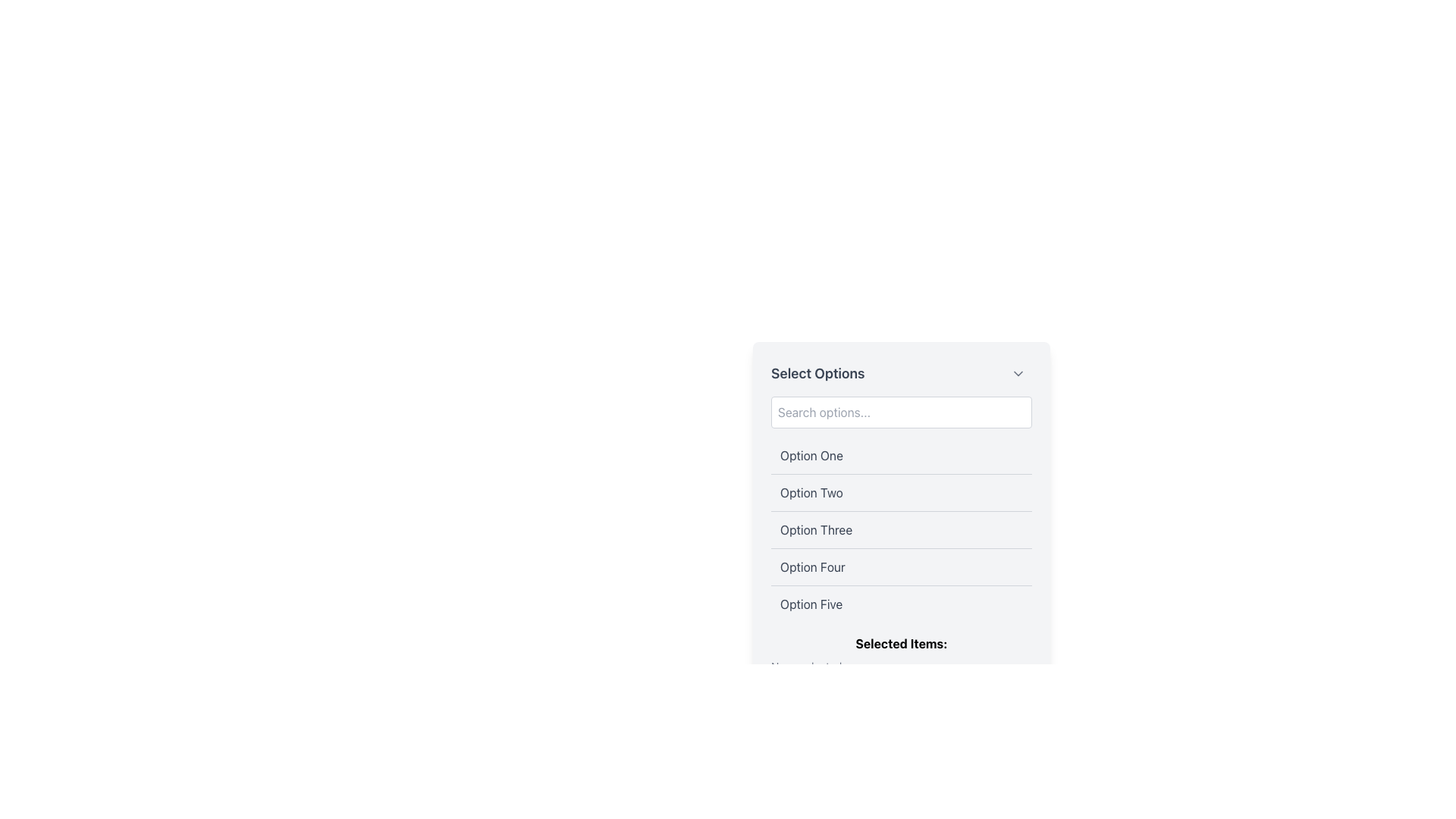 Image resolution: width=1456 pixels, height=819 pixels. What do you see at coordinates (902, 491) in the screenshot?
I see `the second option in the dropdown menu, which is a selectable List Item located below 'Option One' and above 'Option Three'` at bounding box center [902, 491].